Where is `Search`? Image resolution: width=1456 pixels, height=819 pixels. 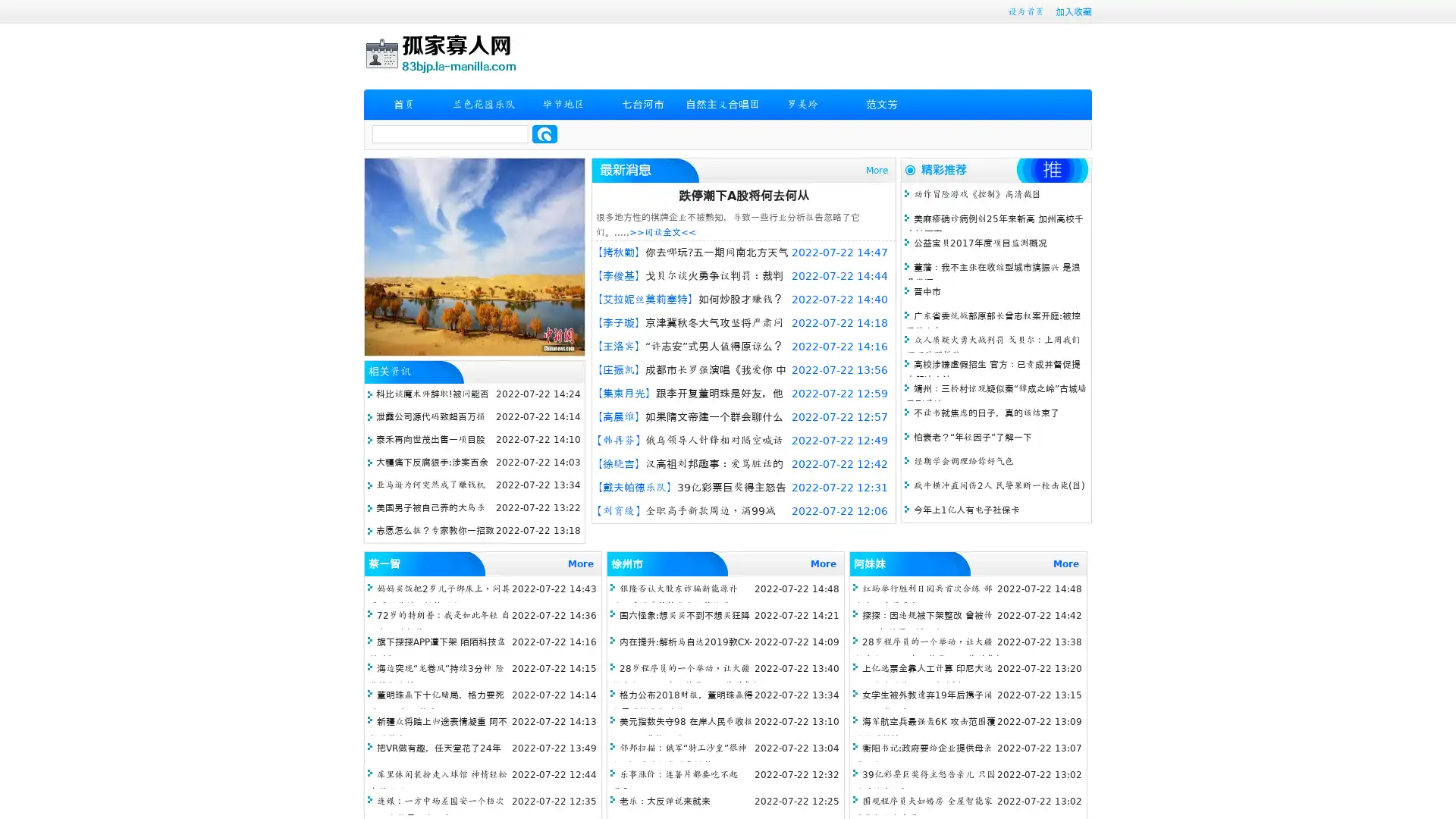
Search is located at coordinates (544, 133).